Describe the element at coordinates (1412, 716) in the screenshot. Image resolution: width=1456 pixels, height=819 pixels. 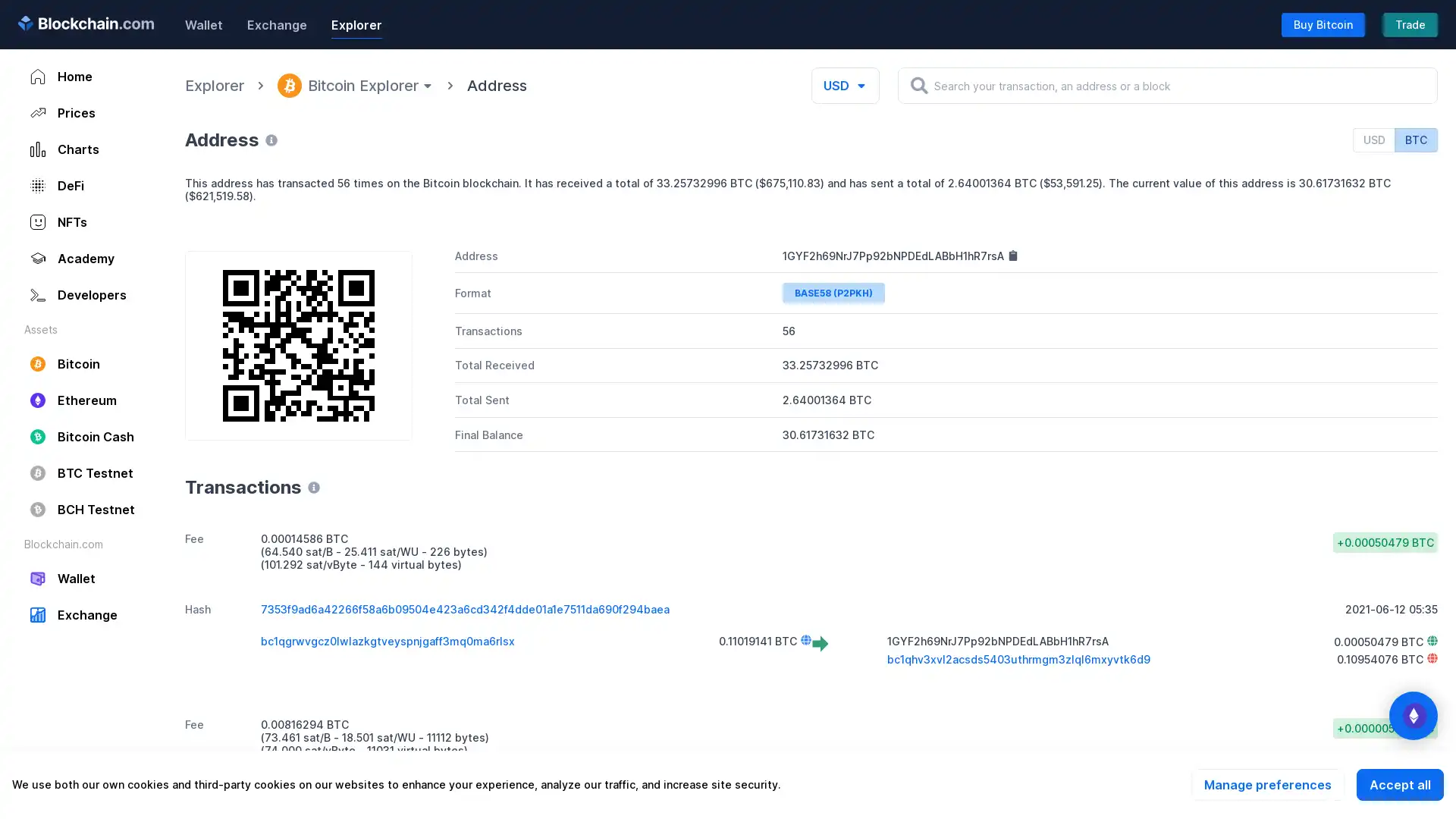
I see `alternating coins` at that location.